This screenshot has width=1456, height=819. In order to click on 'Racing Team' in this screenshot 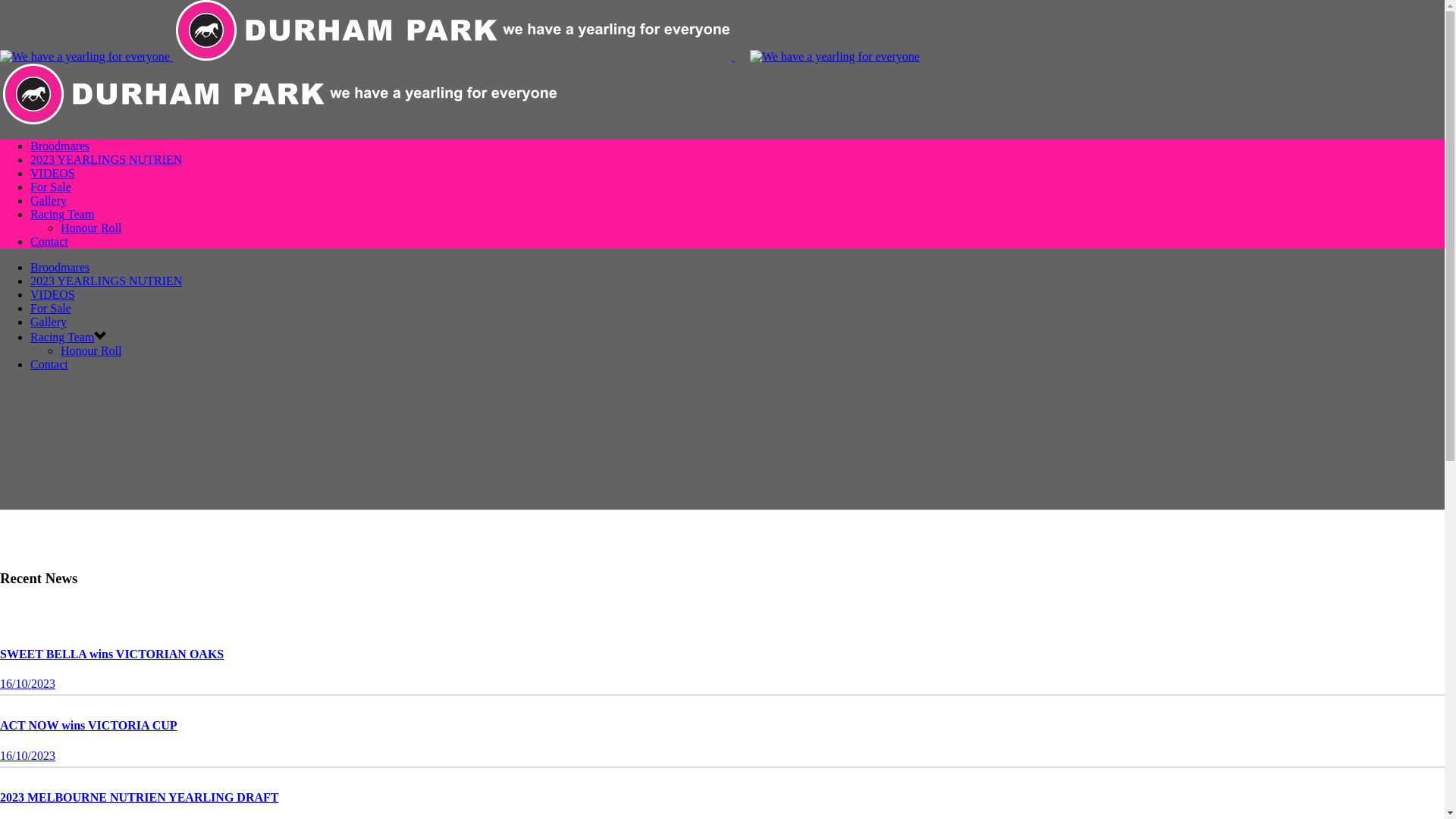, I will do `click(61, 336)`.